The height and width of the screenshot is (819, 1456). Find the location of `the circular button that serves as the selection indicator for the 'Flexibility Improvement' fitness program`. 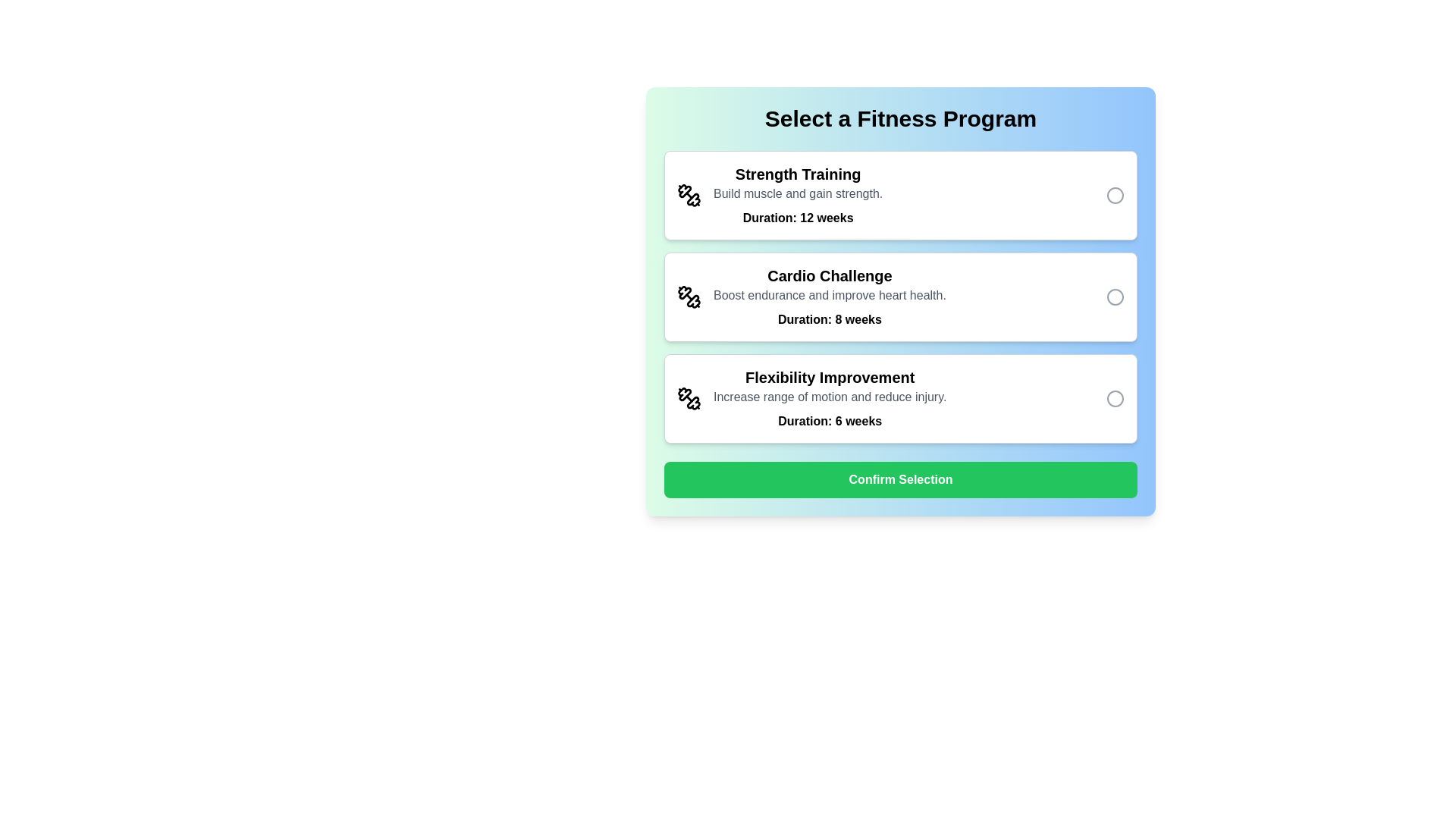

the circular button that serves as the selection indicator for the 'Flexibility Improvement' fitness program is located at coordinates (1115, 397).